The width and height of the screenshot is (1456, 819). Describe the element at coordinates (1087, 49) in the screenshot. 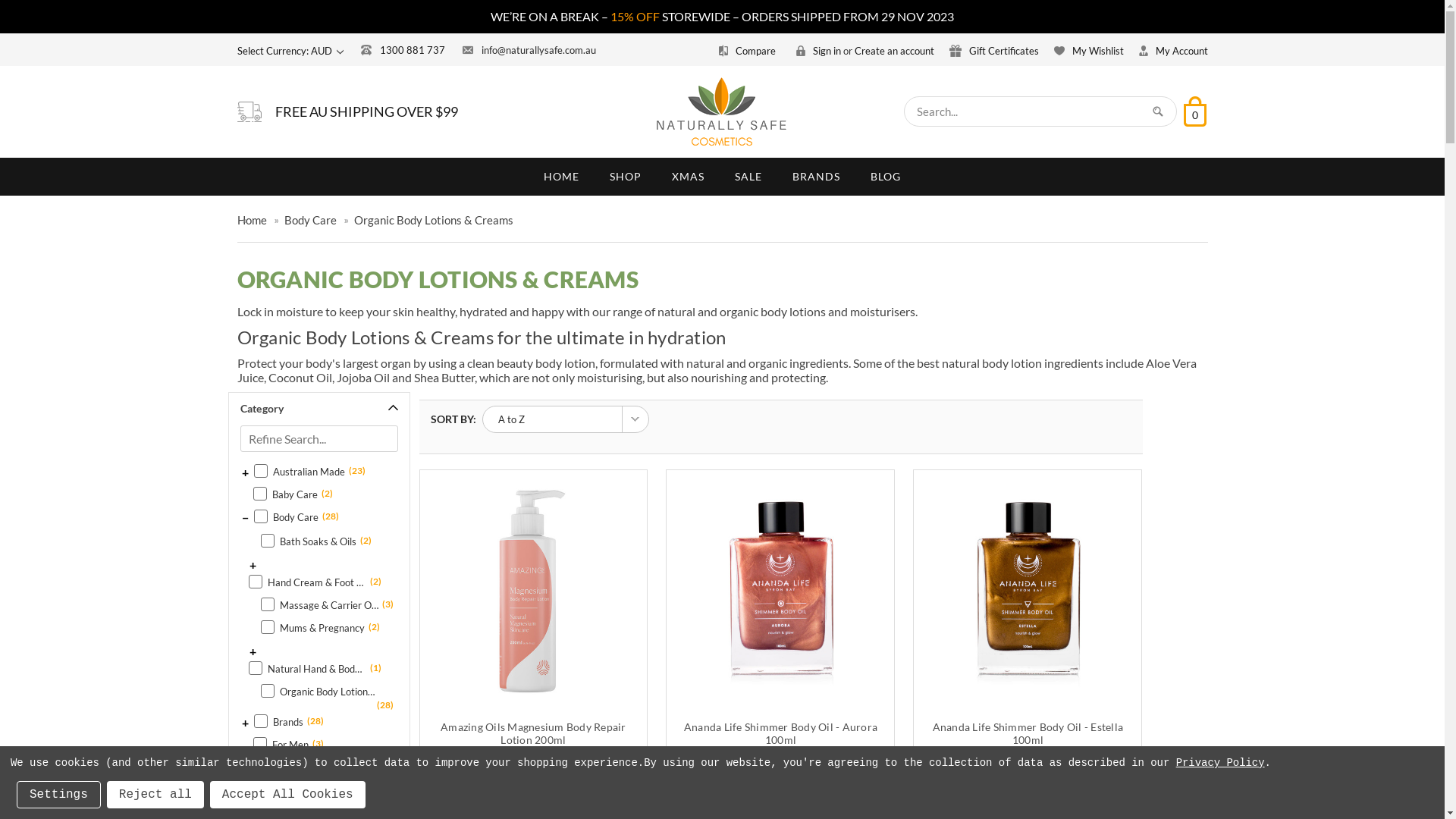

I see `'My Wishlist'` at that location.